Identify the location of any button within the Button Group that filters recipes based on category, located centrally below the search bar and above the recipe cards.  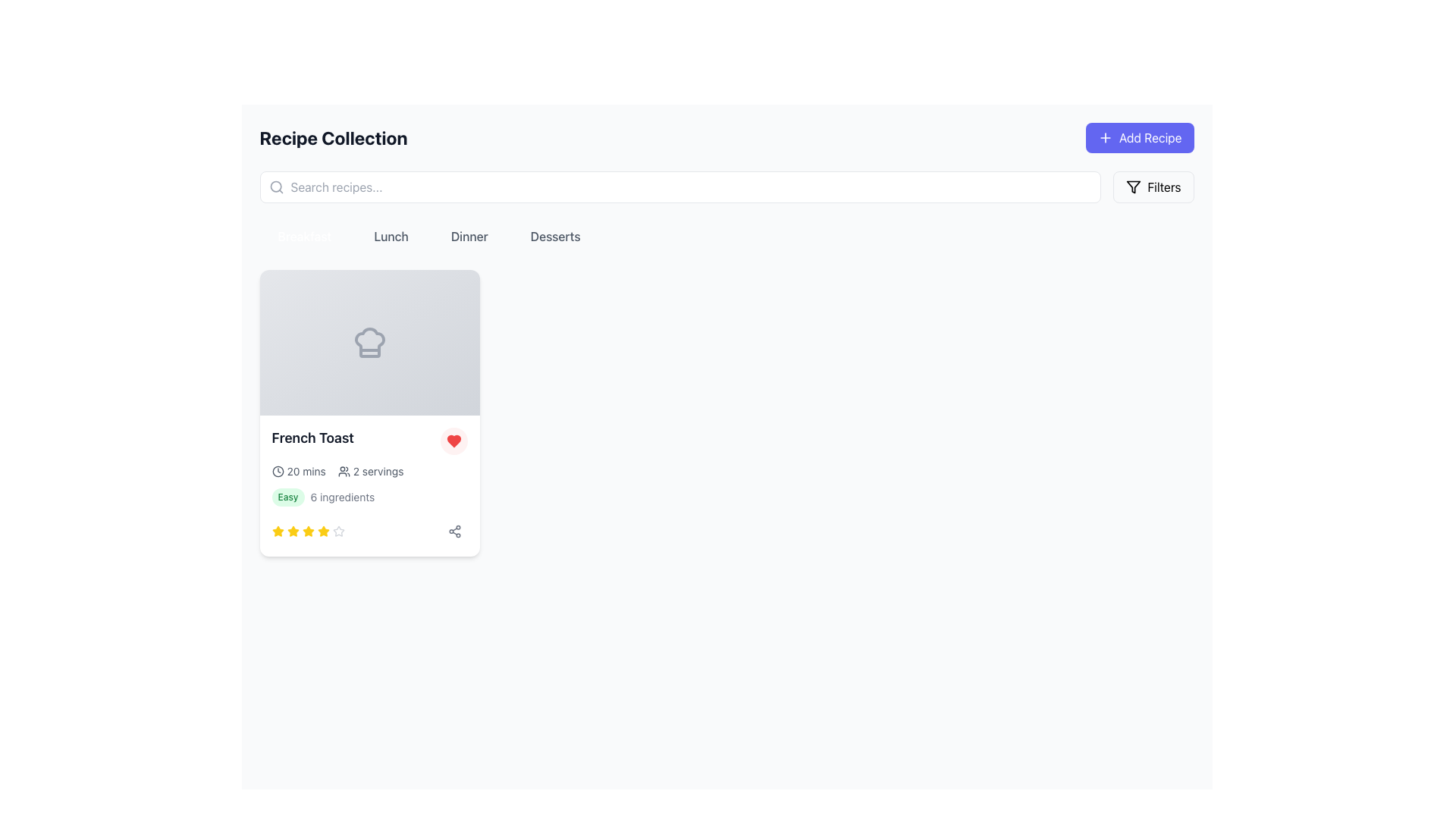
(726, 237).